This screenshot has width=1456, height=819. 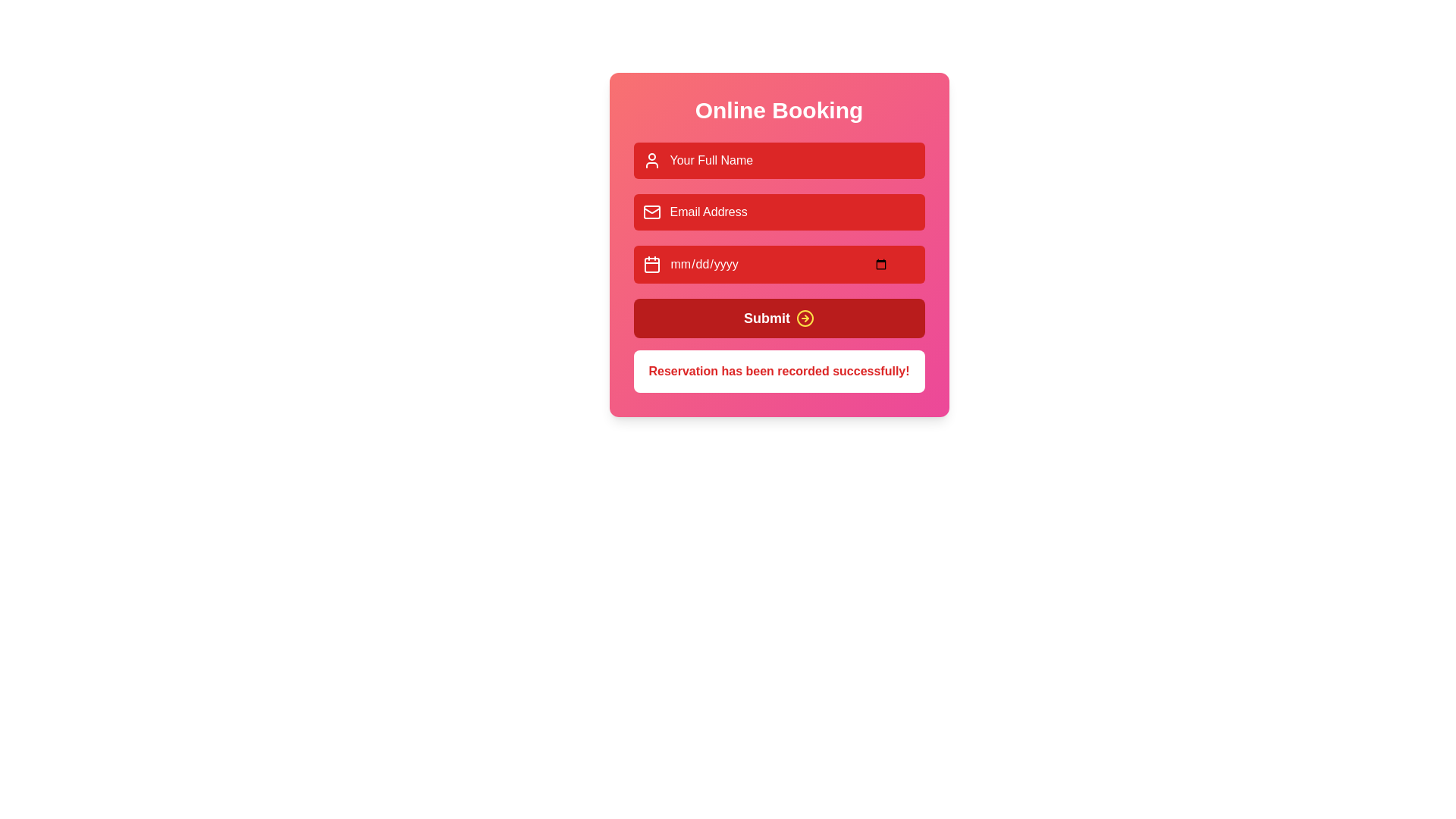 What do you see at coordinates (779, 161) in the screenshot?
I see `the red text input field for 'Your Full Name' to focus on it` at bounding box center [779, 161].